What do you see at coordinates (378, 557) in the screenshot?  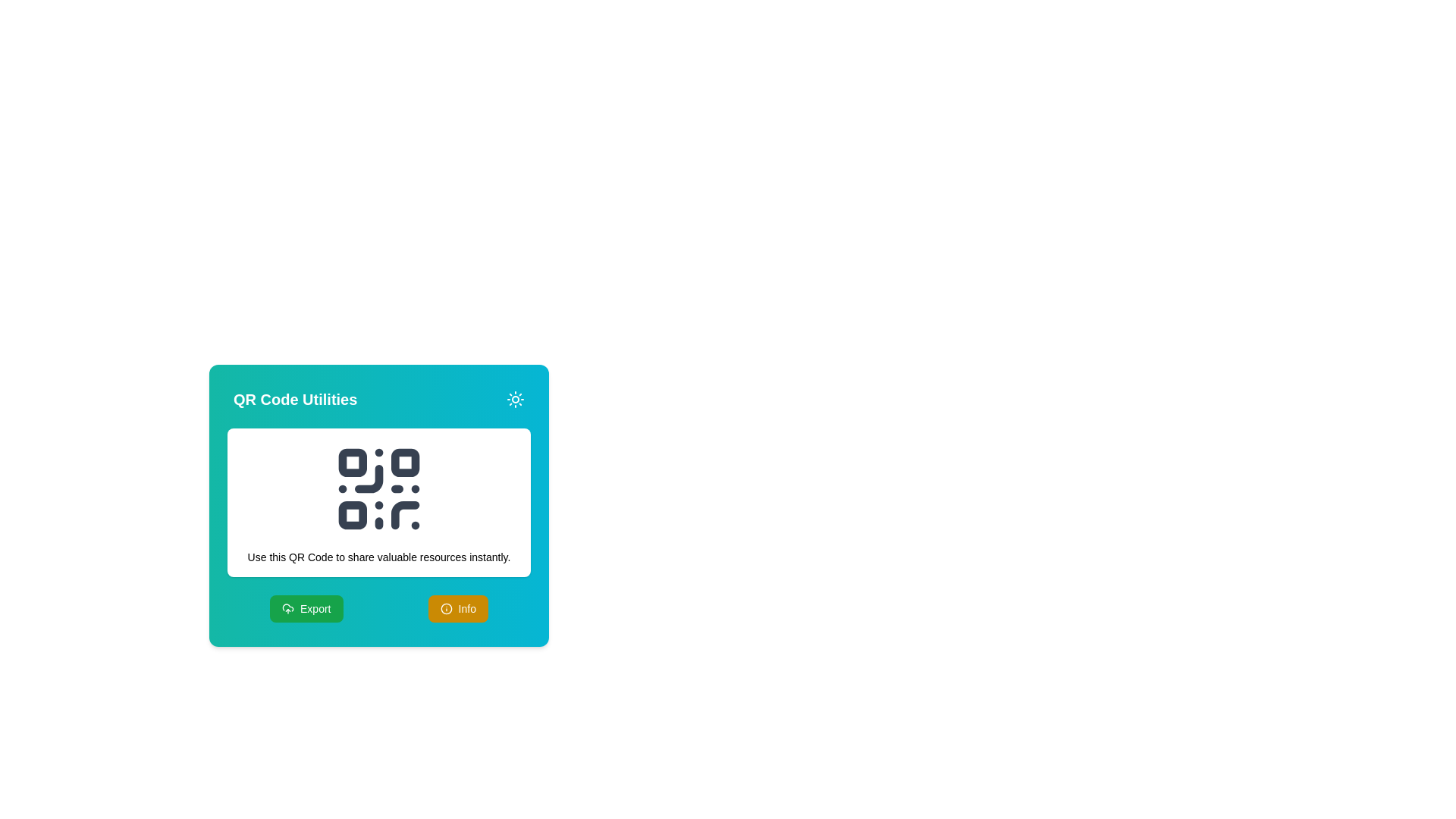 I see `the text label 'Use this QR Code to share valuable resources instantly.' located at the bottom of the card interface` at bounding box center [378, 557].